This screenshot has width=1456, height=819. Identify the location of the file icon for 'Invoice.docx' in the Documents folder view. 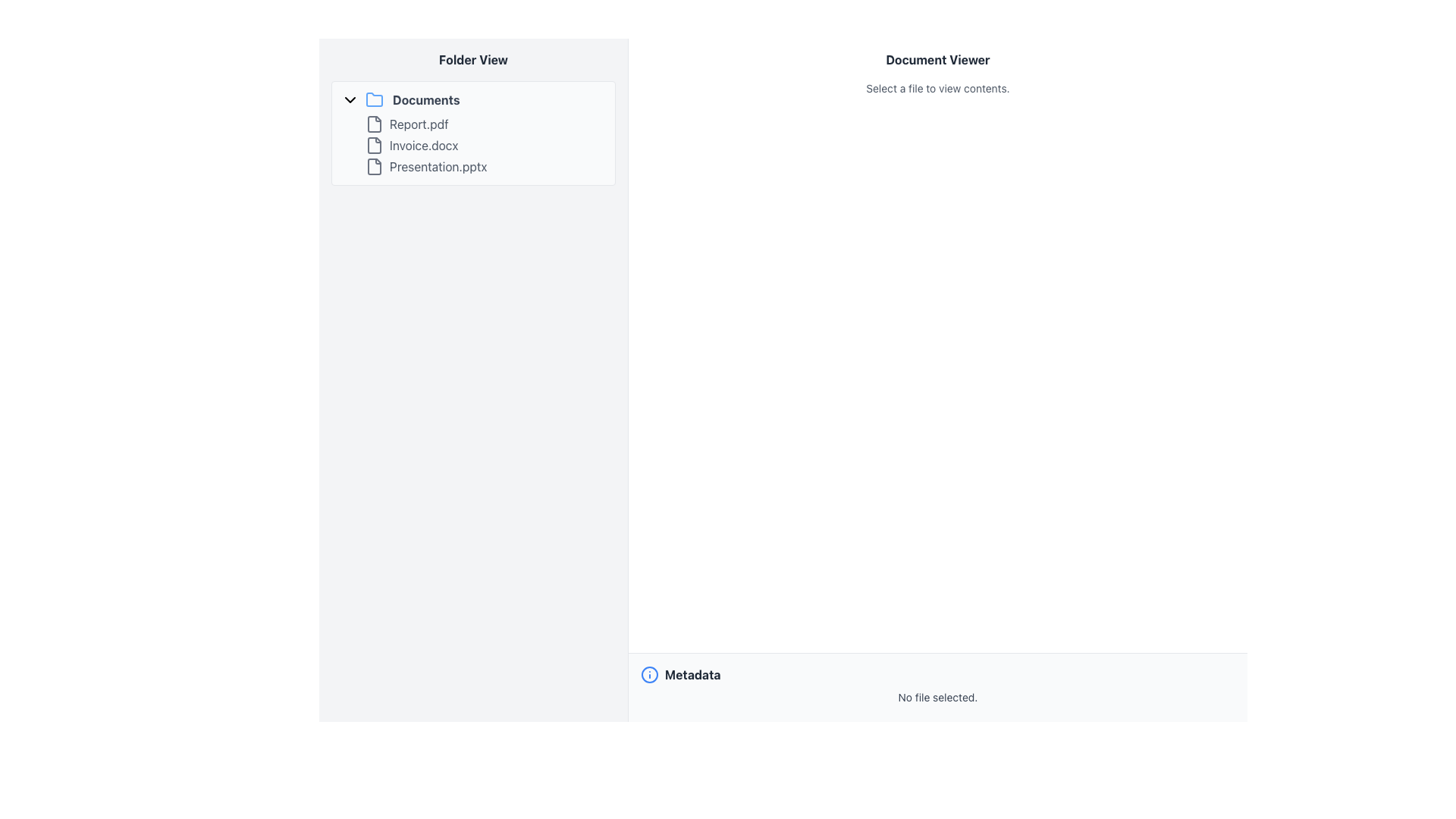
(375, 146).